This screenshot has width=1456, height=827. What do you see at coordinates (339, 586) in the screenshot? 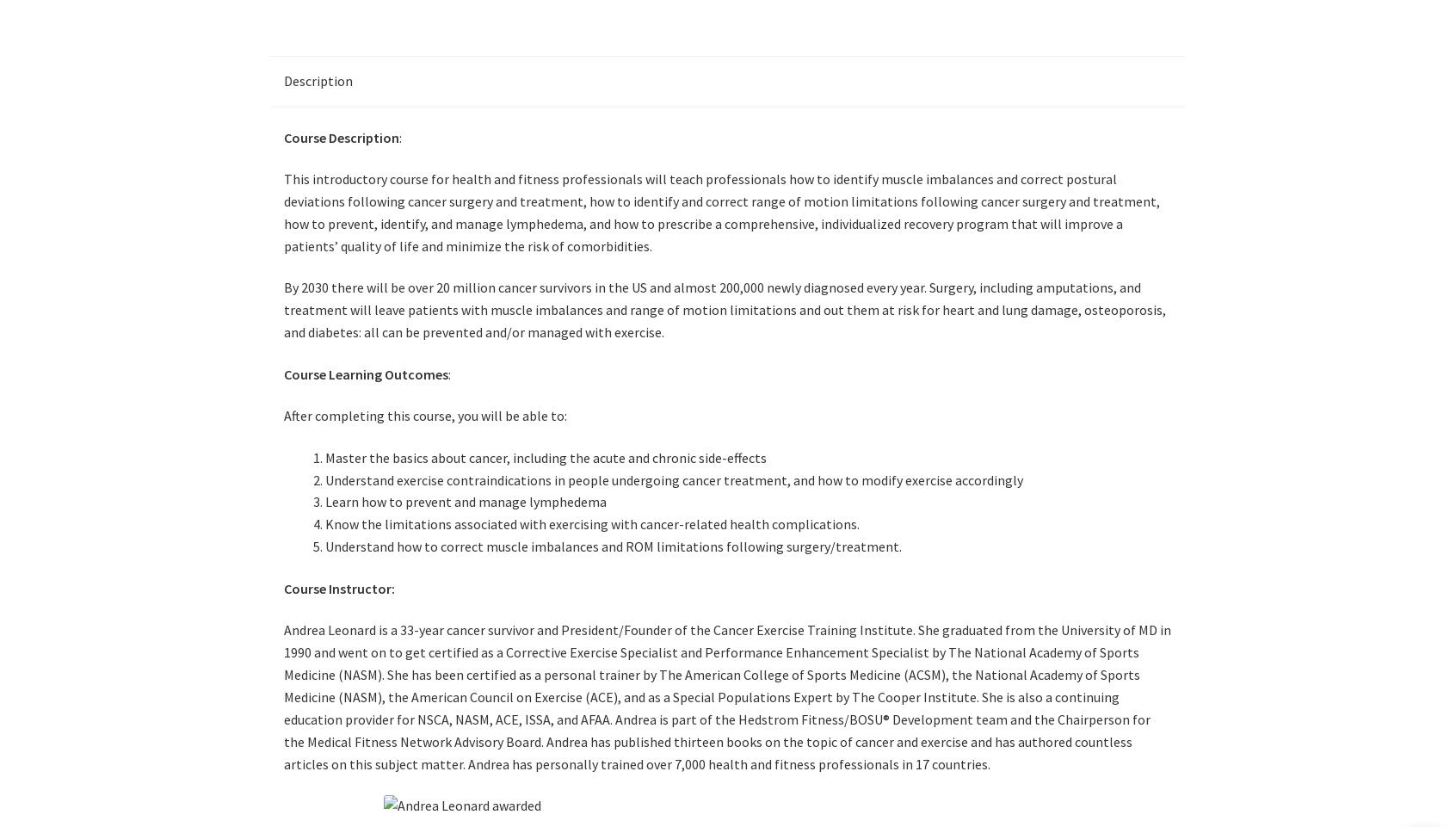
I see `'Course Instructor:'` at bounding box center [339, 586].